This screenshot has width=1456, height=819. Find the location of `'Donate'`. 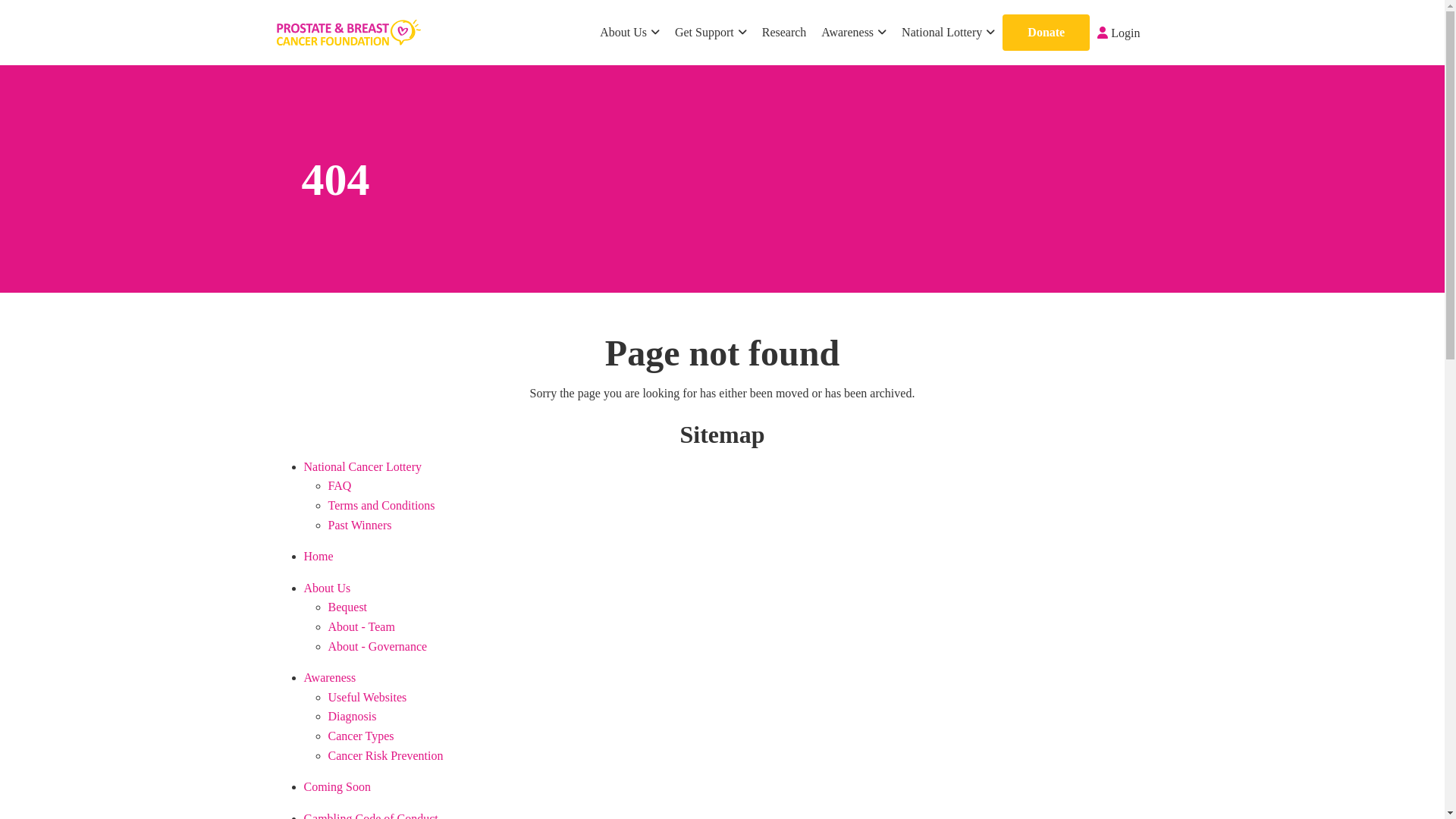

'Donate' is located at coordinates (1045, 32).